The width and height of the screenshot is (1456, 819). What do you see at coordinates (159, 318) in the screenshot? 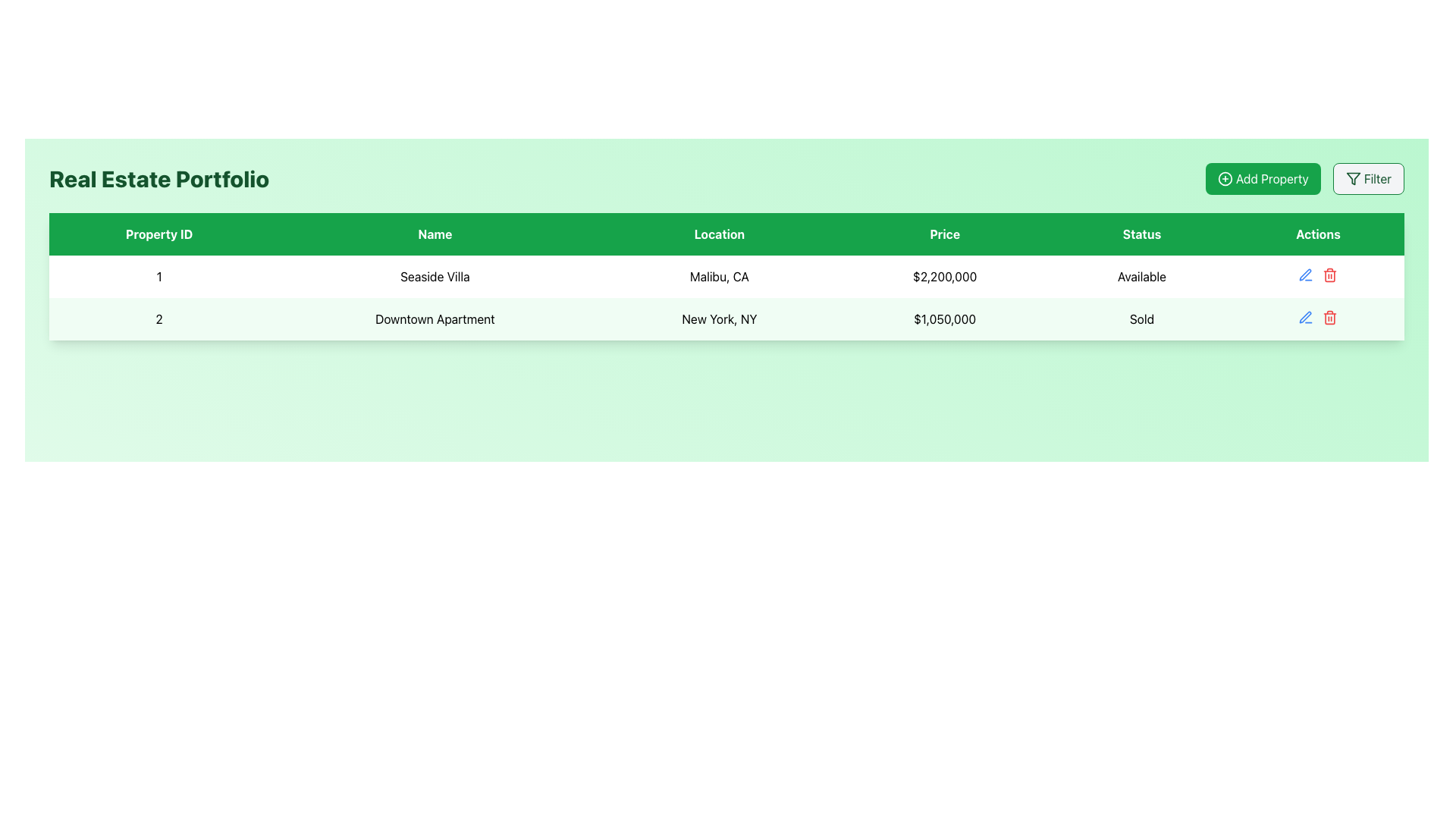
I see `text displayed in the Text Display element that shows the number '2', which is styled with center alignment and located in the first cell of the second row of a table with alternating green background styling for even rows` at bounding box center [159, 318].